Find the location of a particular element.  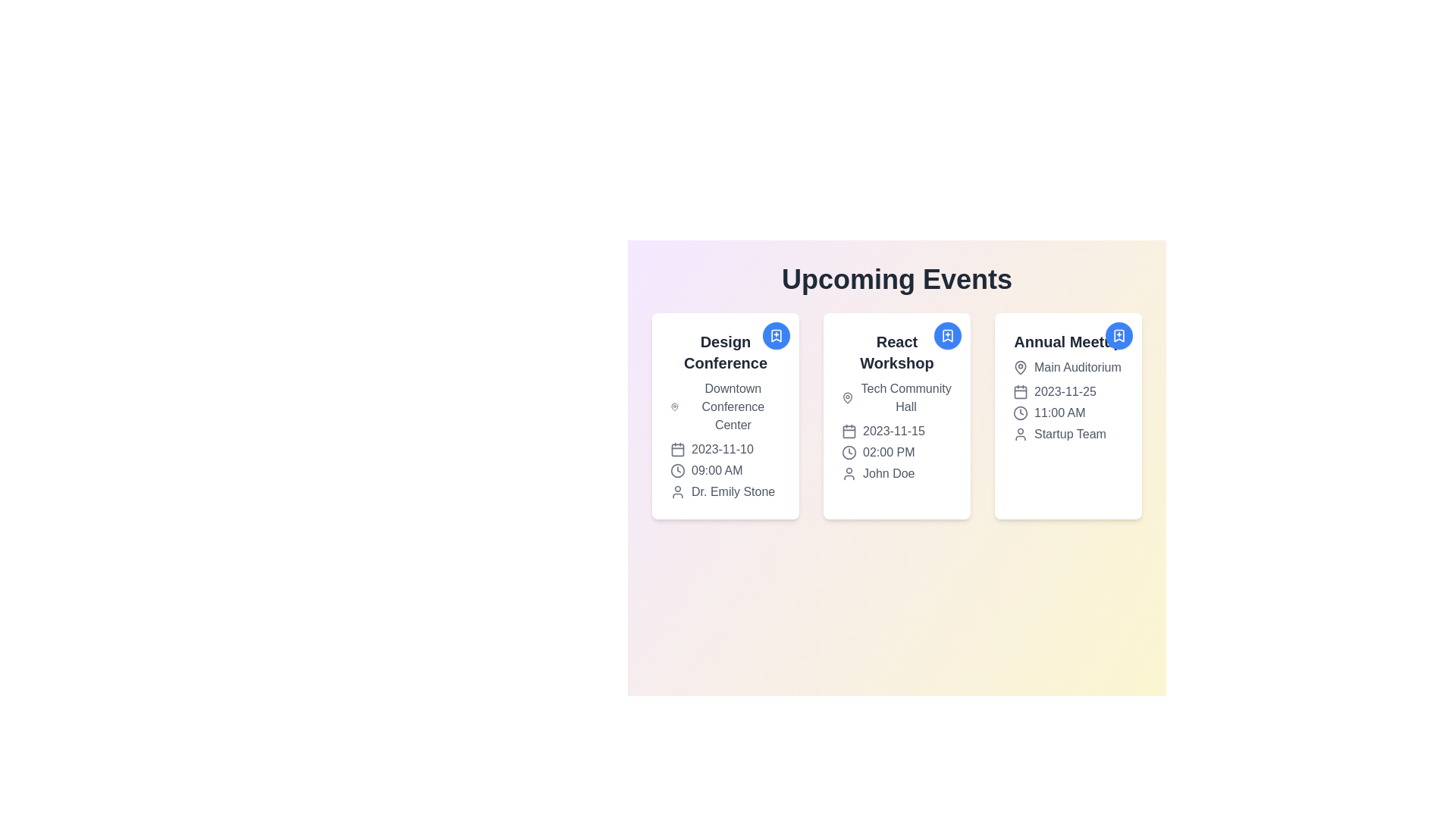

the location pin icon located to the left of the 'Tech Community Hall' label under 'React Workshop' is located at coordinates (847, 397).